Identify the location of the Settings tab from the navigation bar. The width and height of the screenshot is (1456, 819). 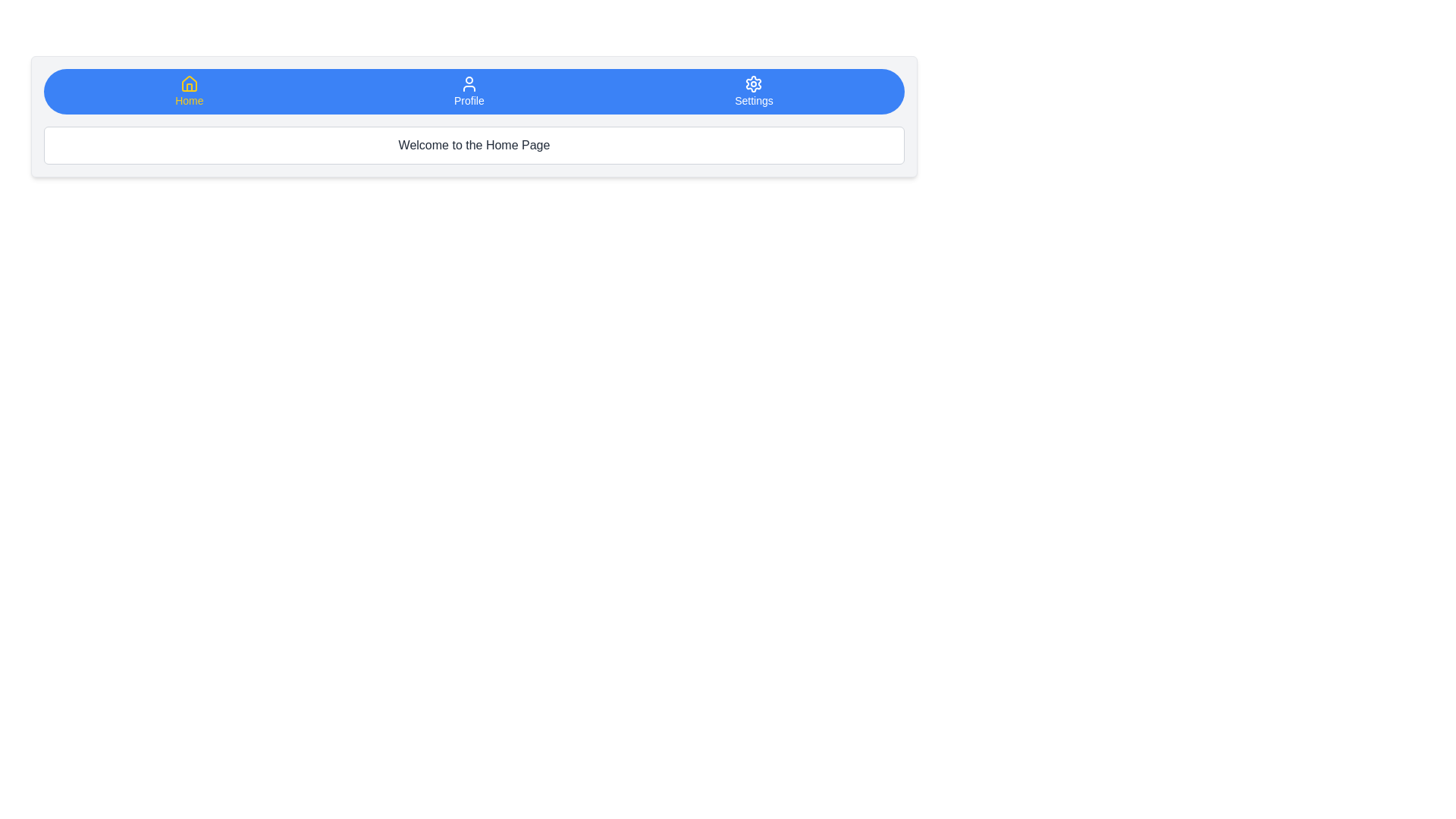
(754, 91).